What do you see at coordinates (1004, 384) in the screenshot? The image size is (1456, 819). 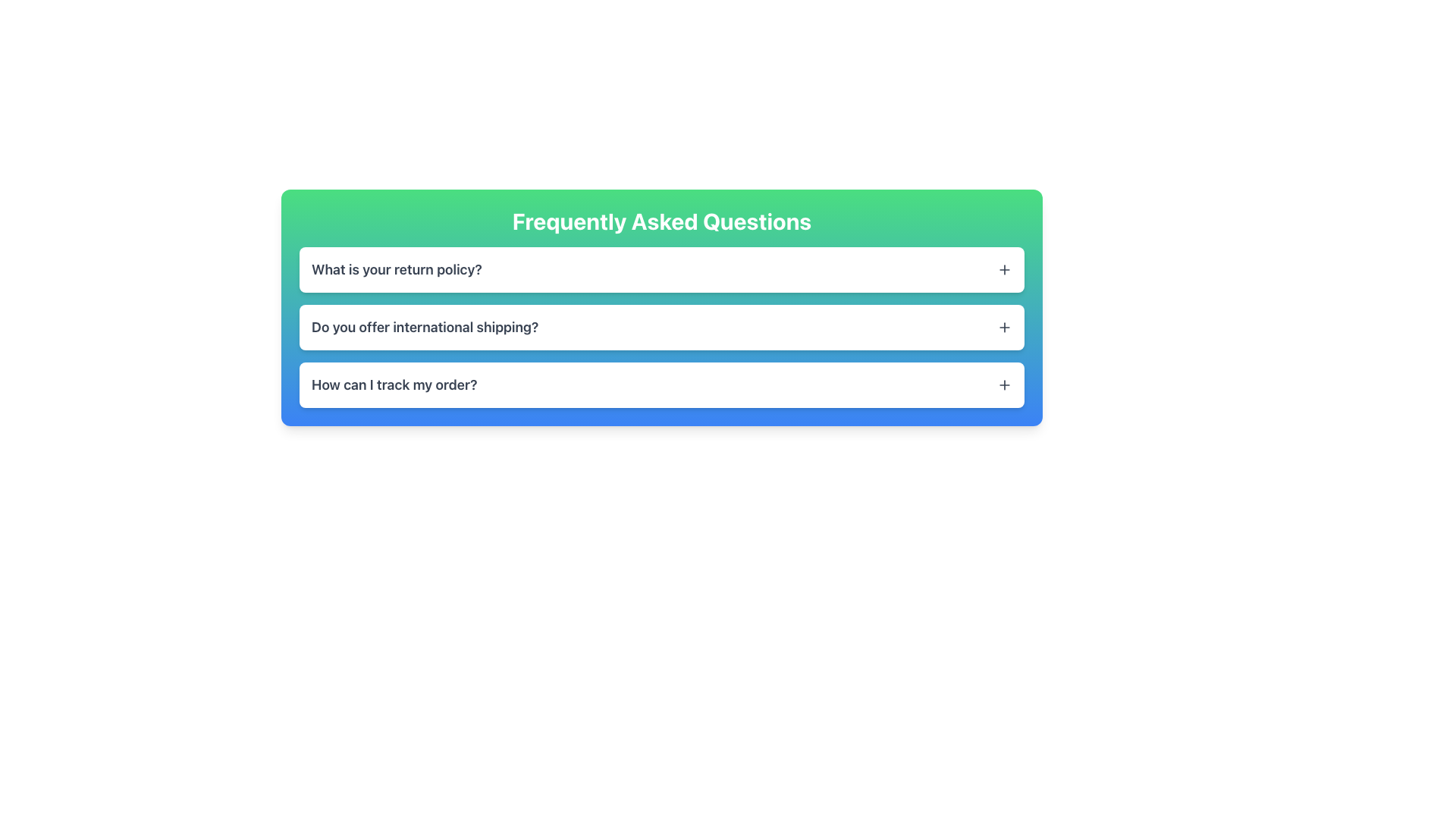 I see `the plus icon located at the right side of the 'How can I track my order?' question in the 'Frequently Asked Questions' section` at bounding box center [1004, 384].